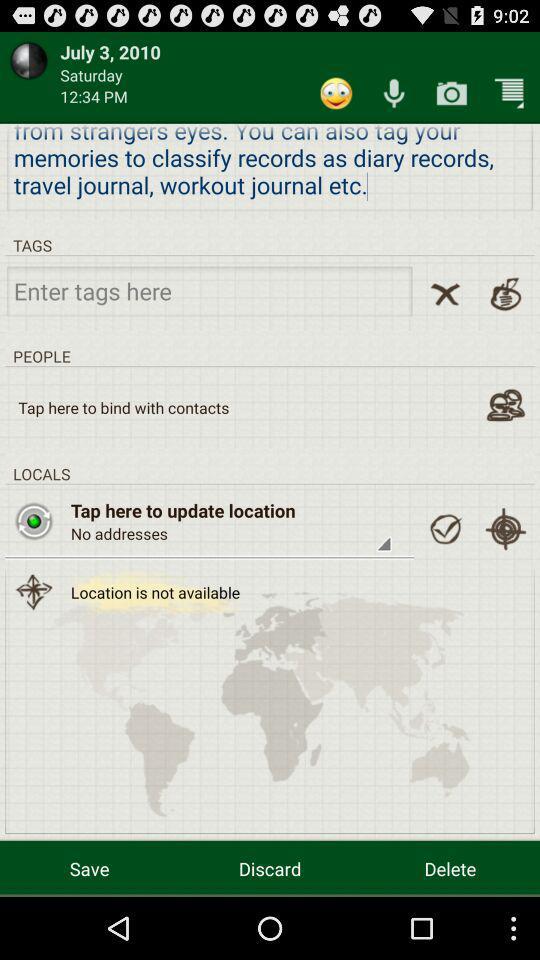 The width and height of the screenshot is (540, 960). Describe the element at coordinates (270, 867) in the screenshot. I see `the discard item` at that location.